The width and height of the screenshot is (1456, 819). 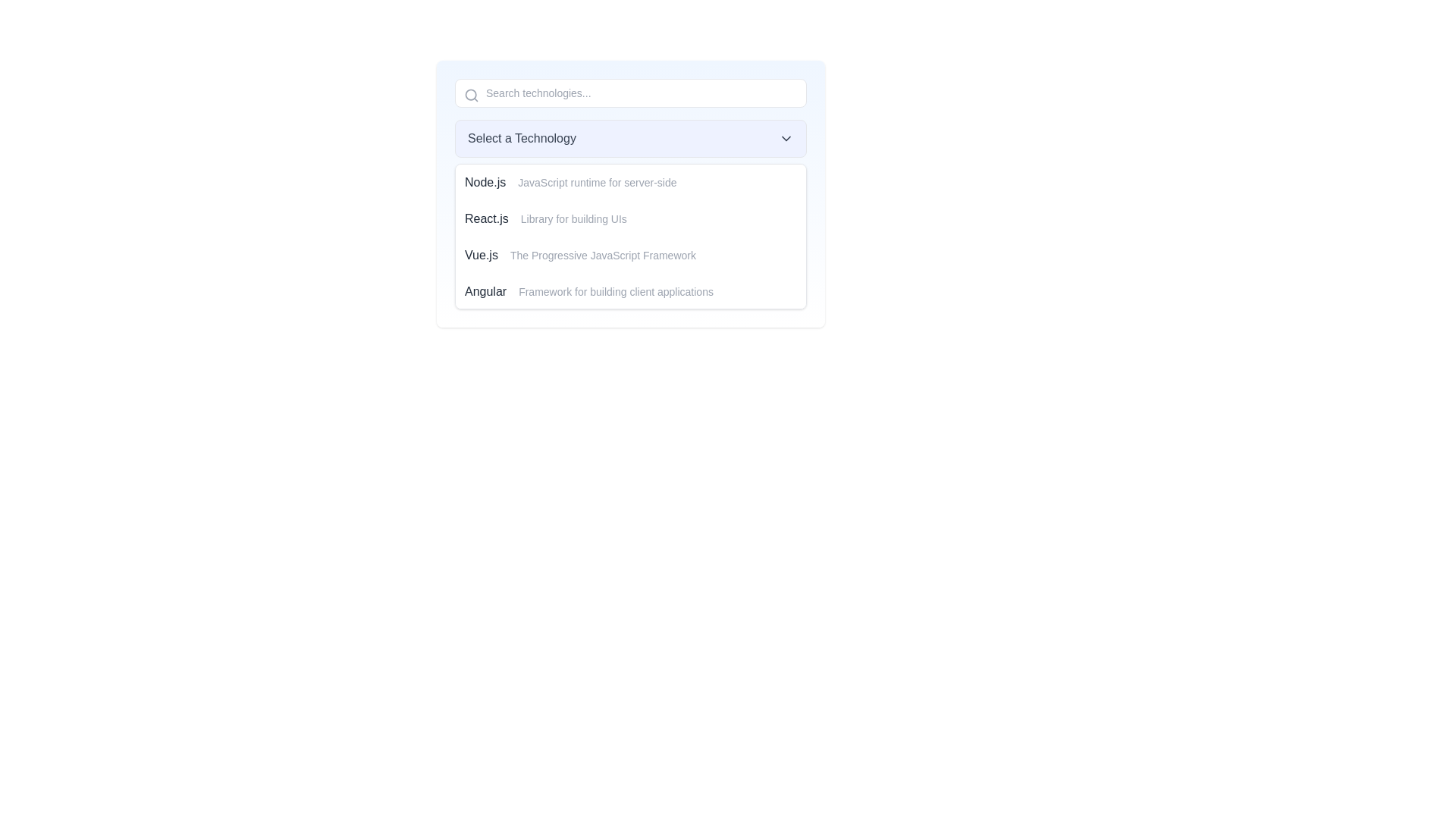 What do you see at coordinates (786, 138) in the screenshot?
I see `the dropdown menu icon located on the far right of the 'Select a Technology' button to potentially view a tooltip` at bounding box center [786, 138].